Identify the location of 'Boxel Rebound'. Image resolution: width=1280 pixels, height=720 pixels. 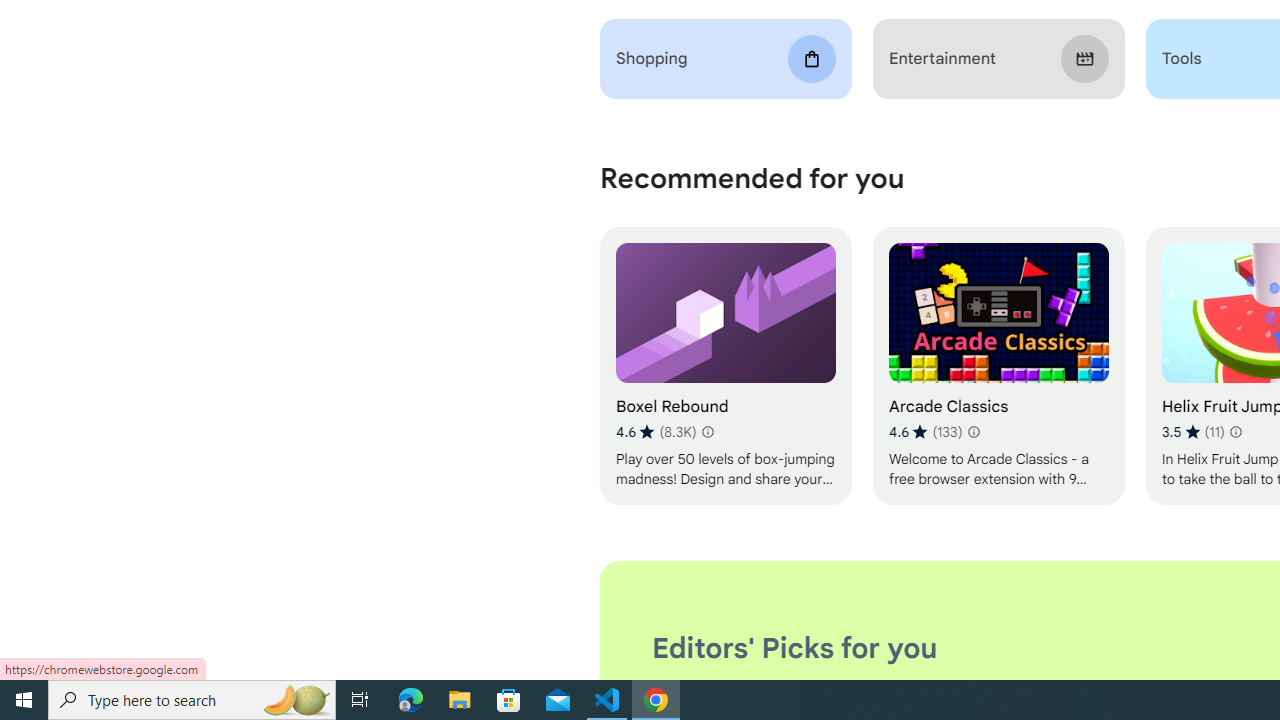
(724, 366).